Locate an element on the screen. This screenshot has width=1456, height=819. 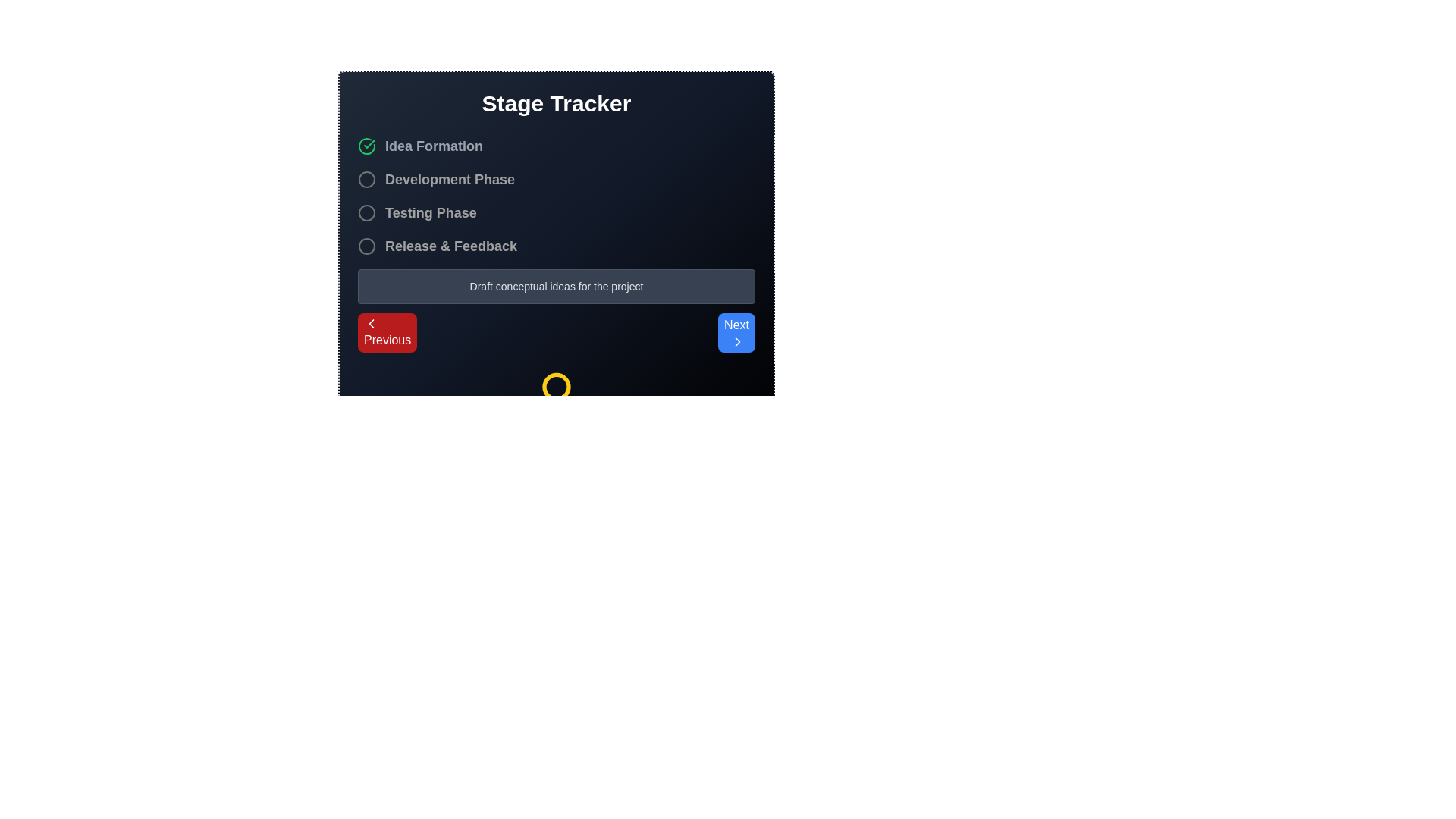
the leftmost red 'Previous' button with rounded corners and white text is located at coordinates (388, 332).